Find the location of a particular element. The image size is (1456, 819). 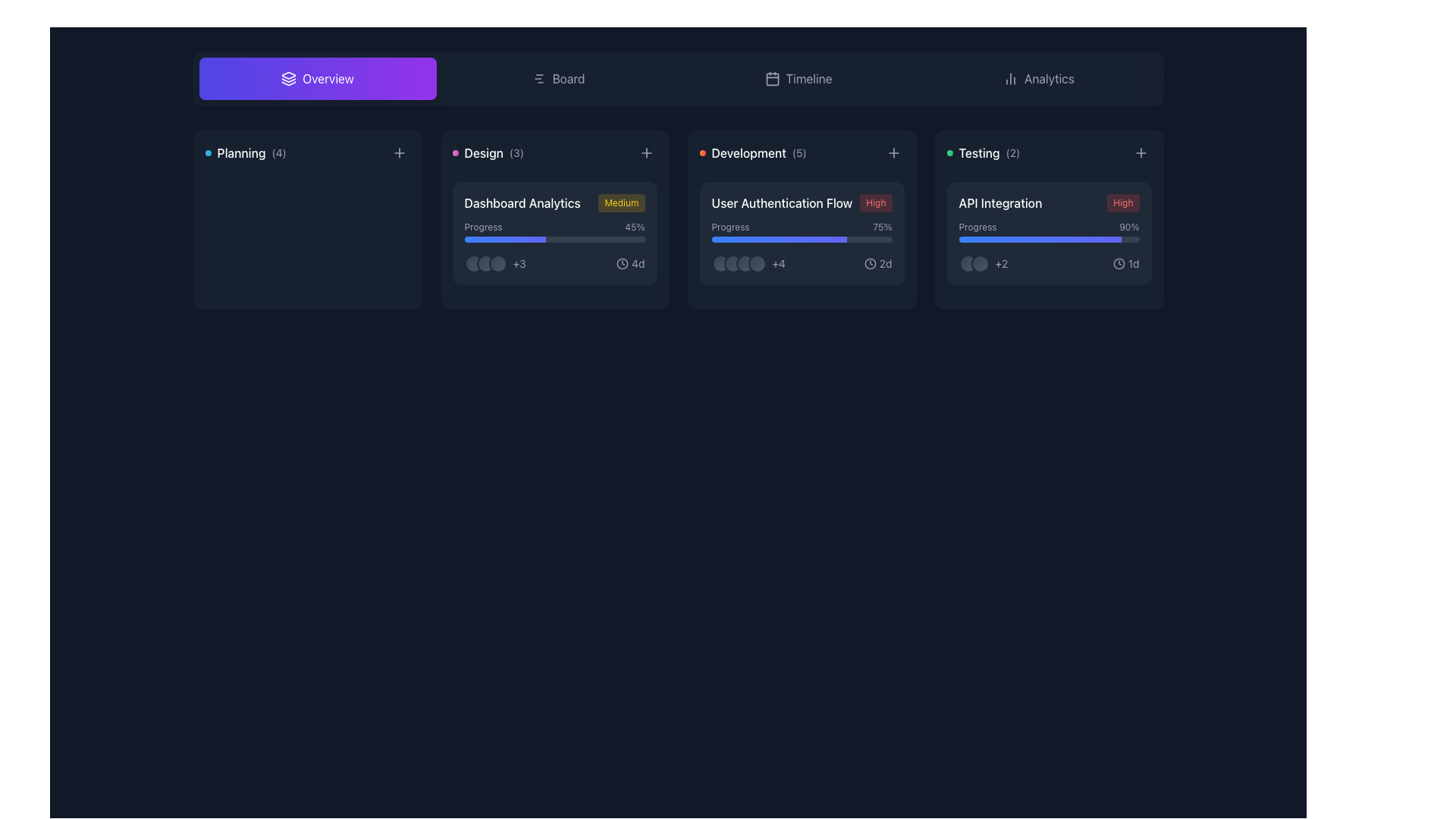

the progress represented by the progress bar located within the 'Dashboard Analytics' card in the 'Design' section, indicating a completion level of 45% is located at coordinates (505, 239).